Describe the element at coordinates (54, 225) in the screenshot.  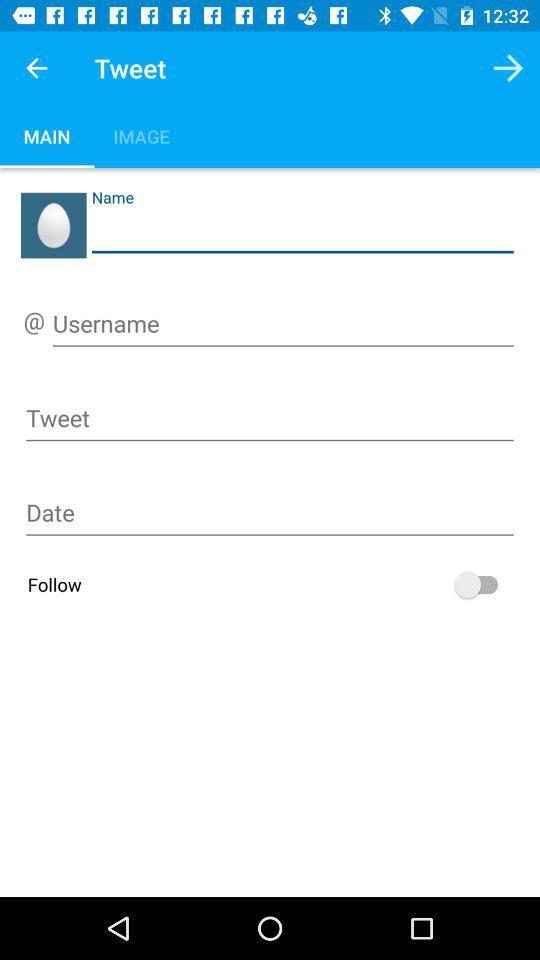
I see `name field select the left side image` at that location.